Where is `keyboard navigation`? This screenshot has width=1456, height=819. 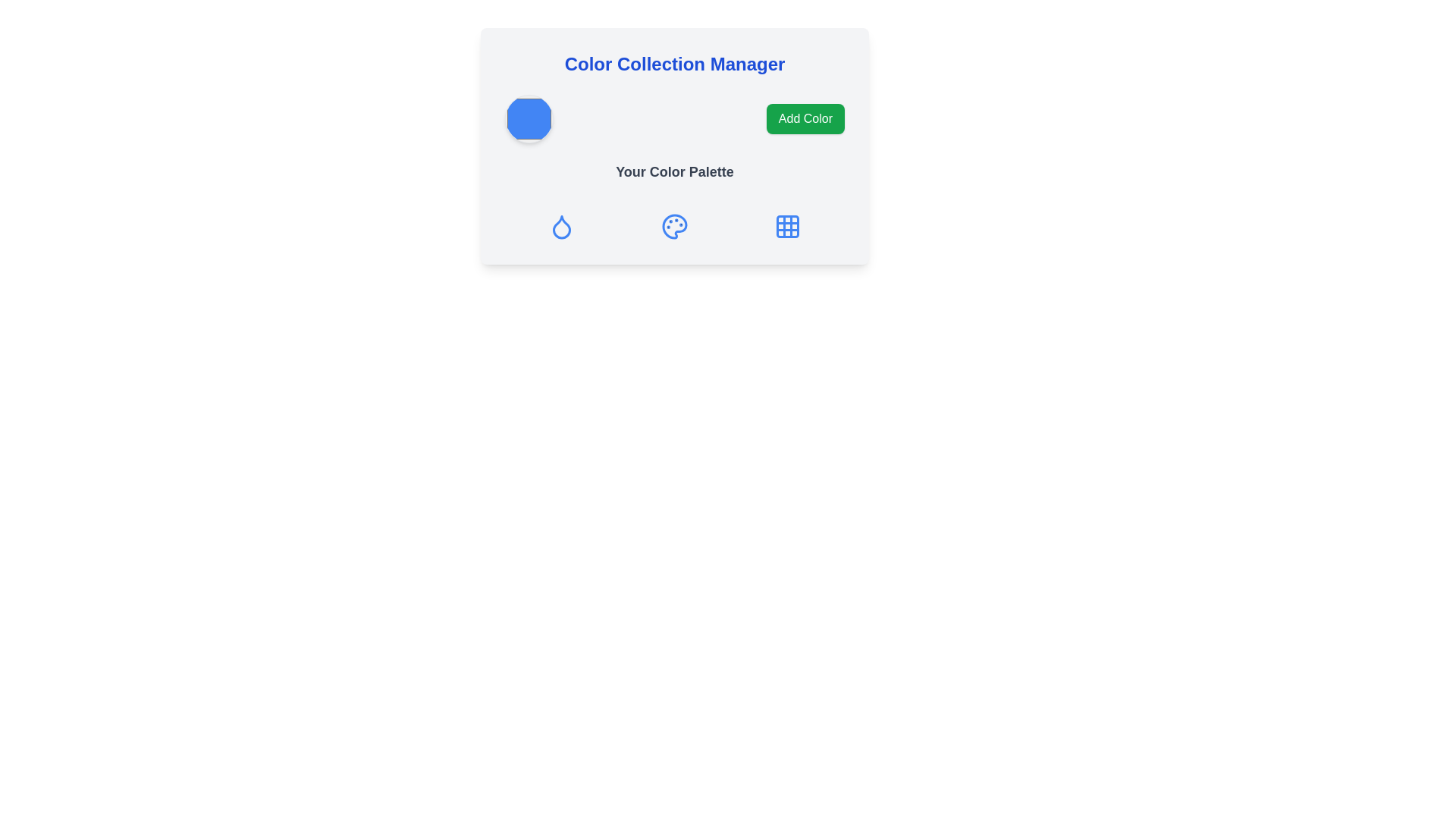 keyboard navigation is located at coordinates (529, 118).